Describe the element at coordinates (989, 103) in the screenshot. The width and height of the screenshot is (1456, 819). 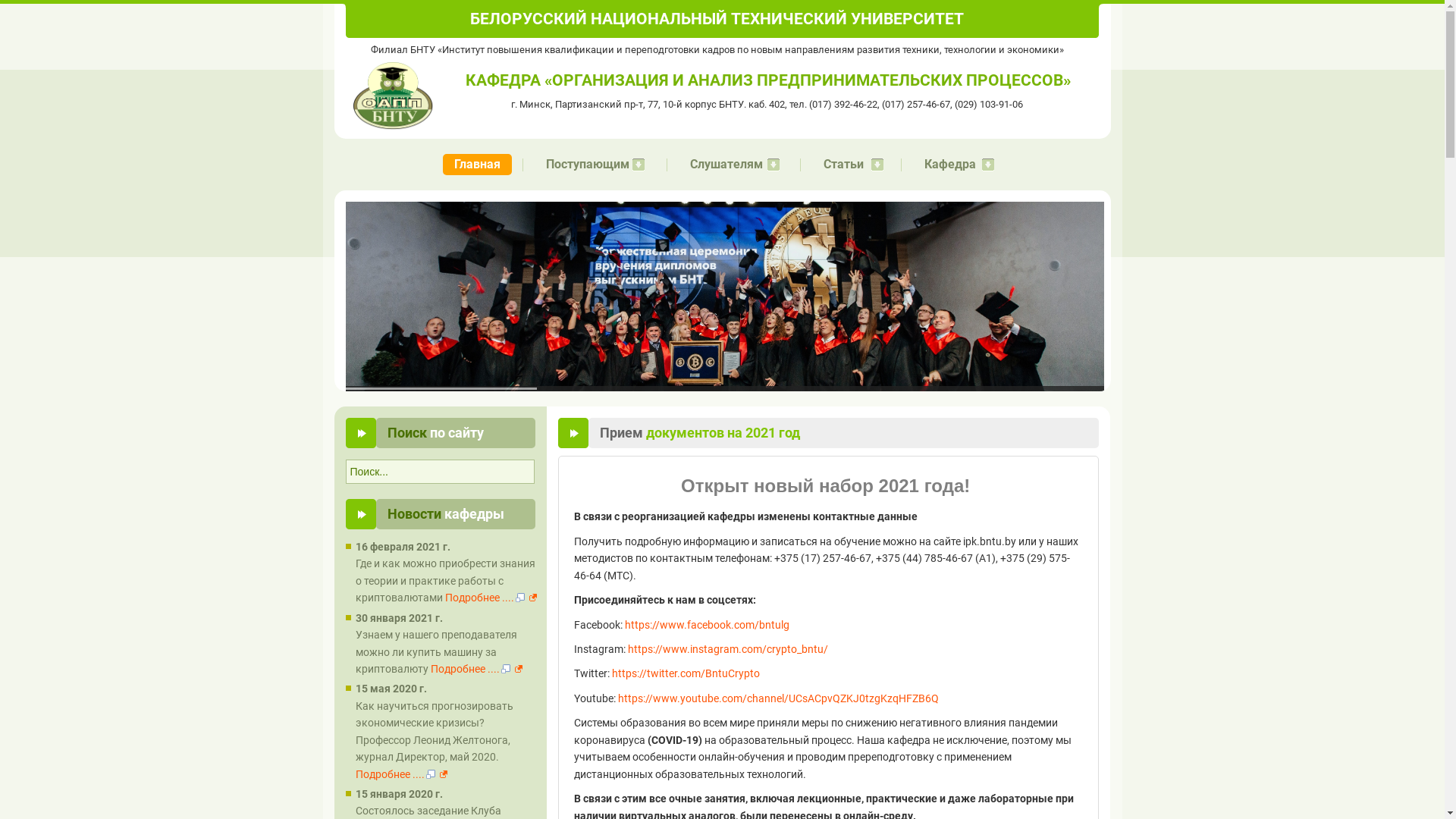
I see `'(029) 103-91-06'` at that location.